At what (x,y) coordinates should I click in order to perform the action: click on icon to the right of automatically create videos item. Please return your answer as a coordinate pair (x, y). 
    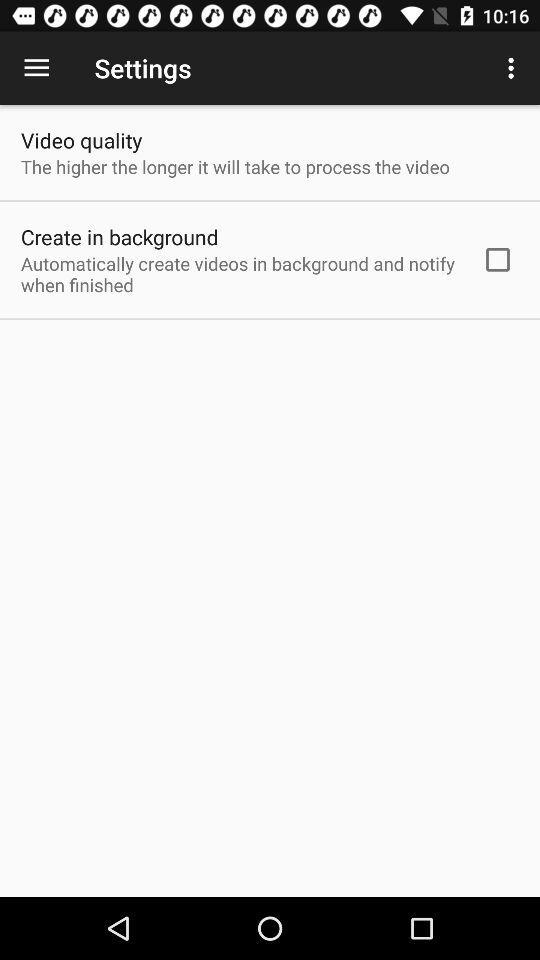
    Looking at the image, I should click on (496, 258).